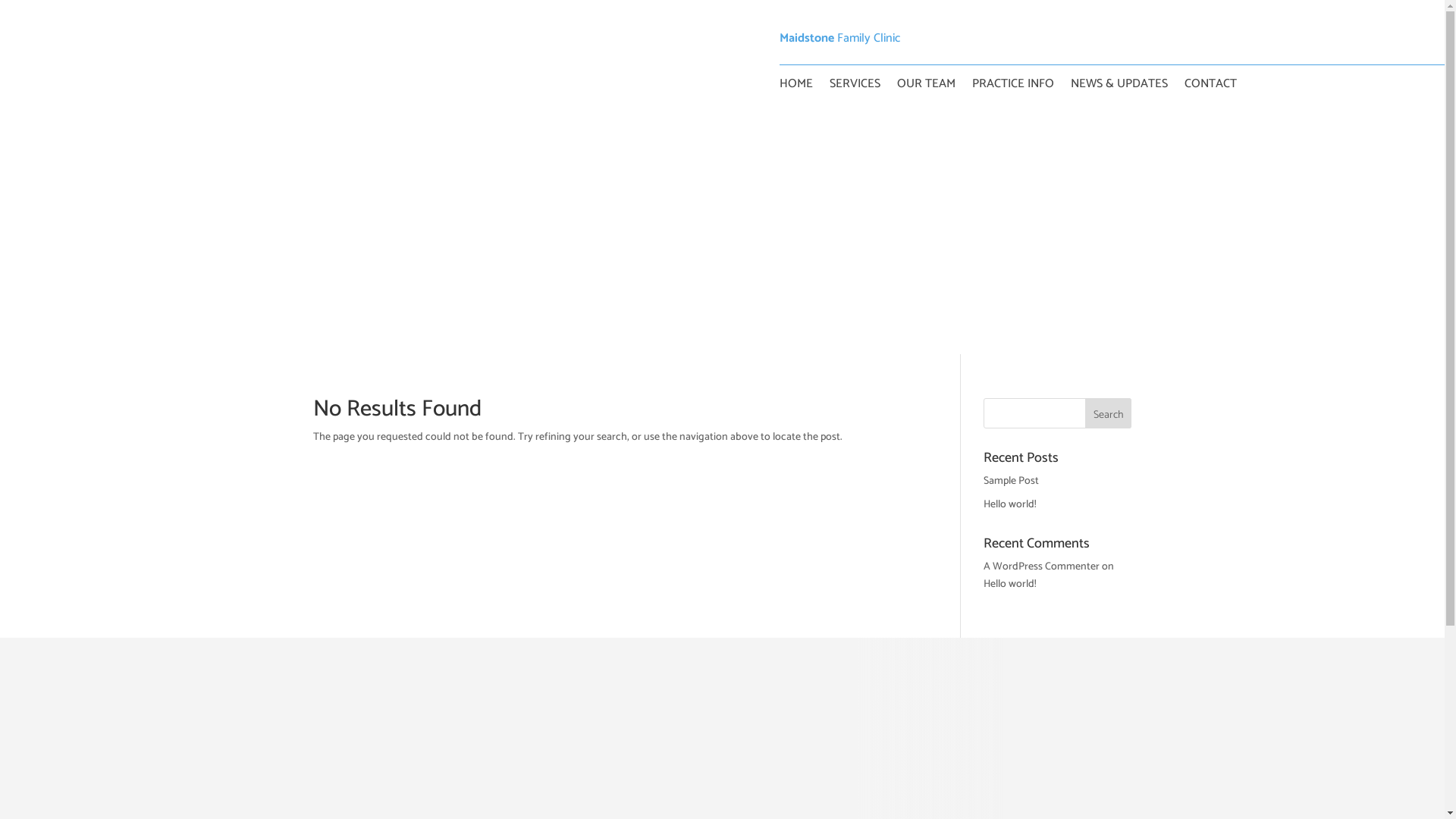 Image resolution: width=1456 pixels, height=819 pixels. Describe the element at coordinates (1010, 583) in the screenshot. I see `'Hello world!'` at that location.